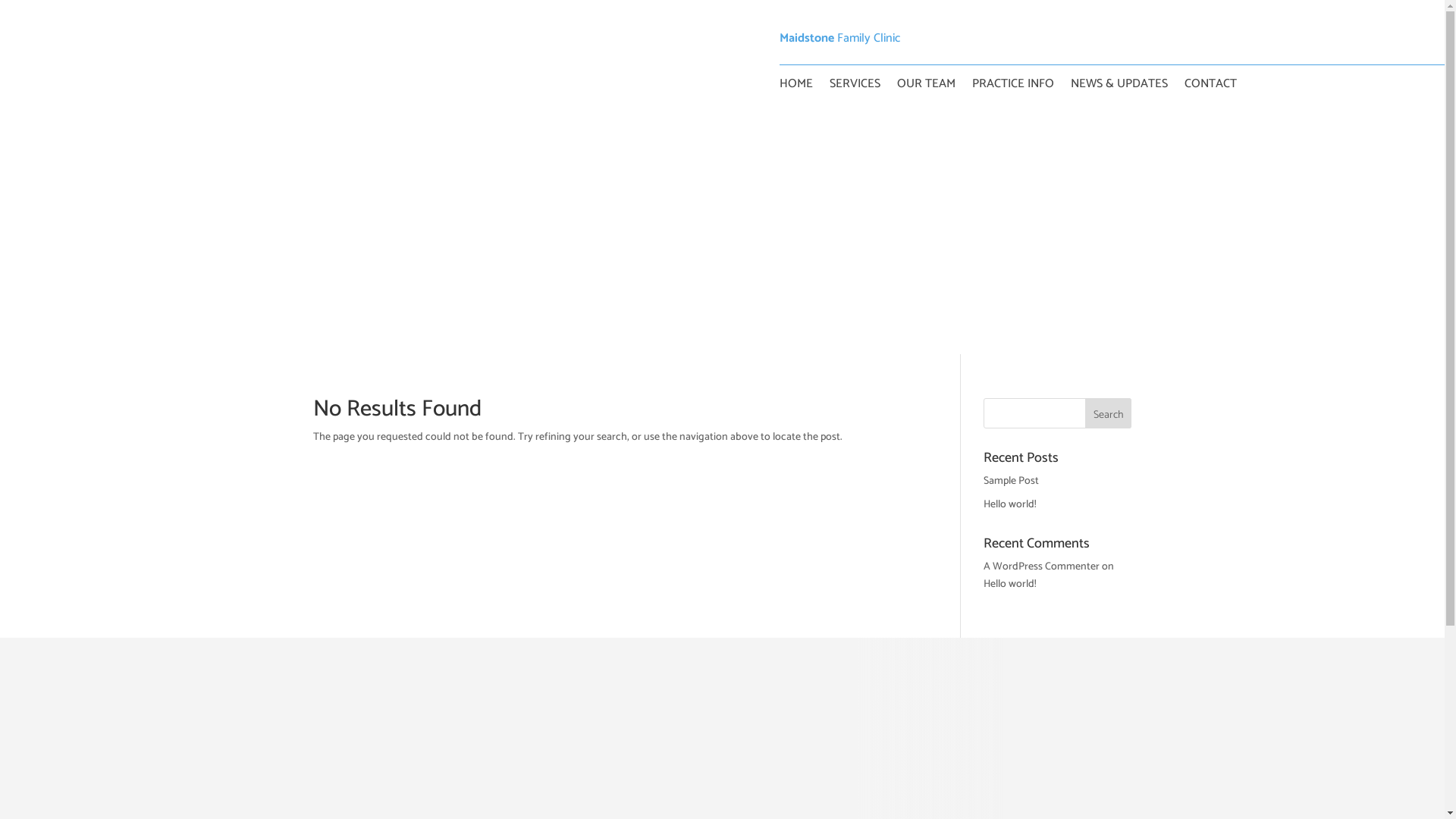 Image resolution: width=1456 pixels, height=819 pixels. Describe the element at coordinates (1010, 583) in the screenshot. I see `'Hello world!'` at that location.